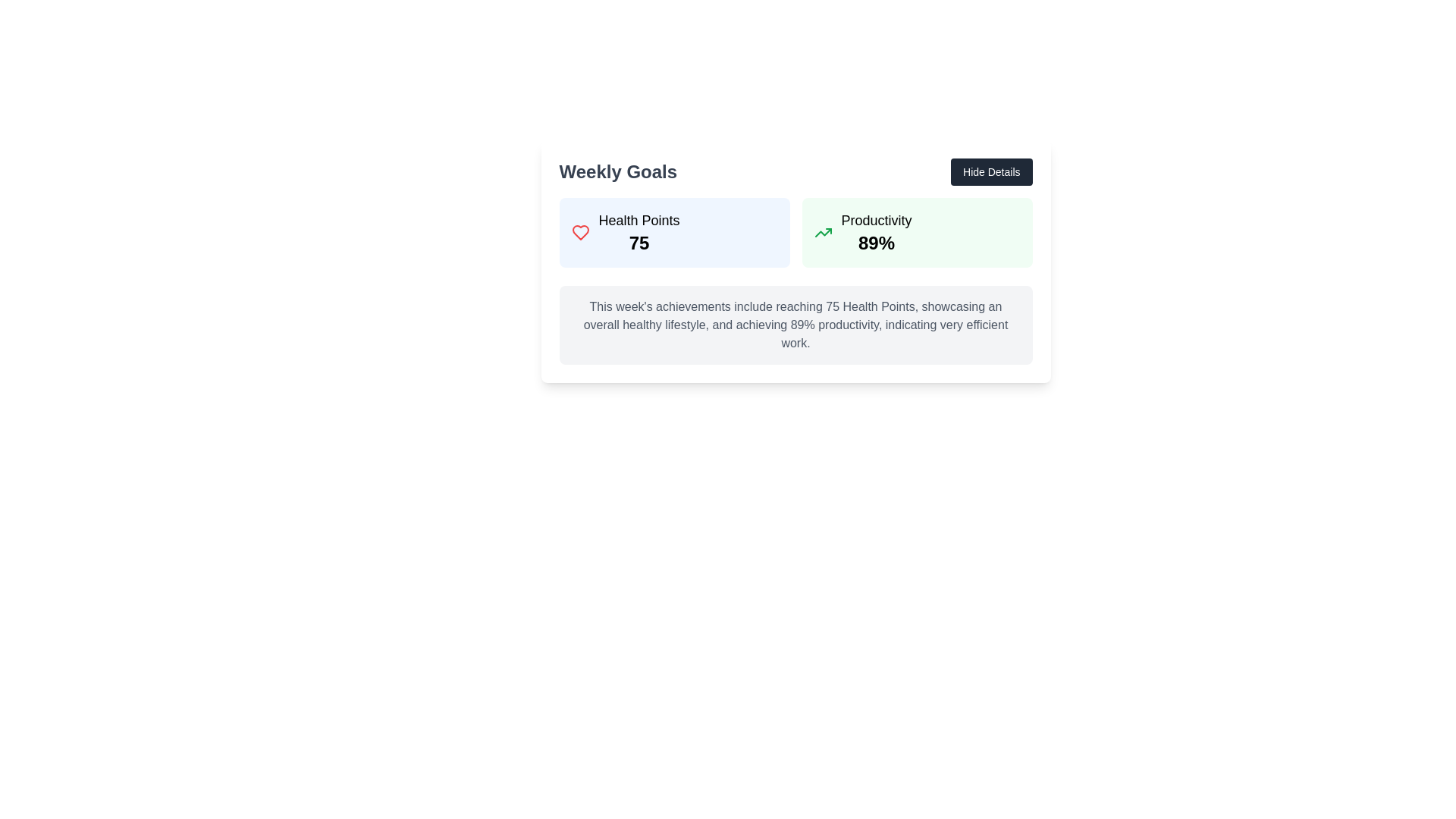  Describe the element at coordinates (639, 220) in the screenshot. I see `the text label indicating 'Health Points' located in the upper-left section of the pale blue card under the 'Weekly Goals' header, positioned above the number 75` at that location.